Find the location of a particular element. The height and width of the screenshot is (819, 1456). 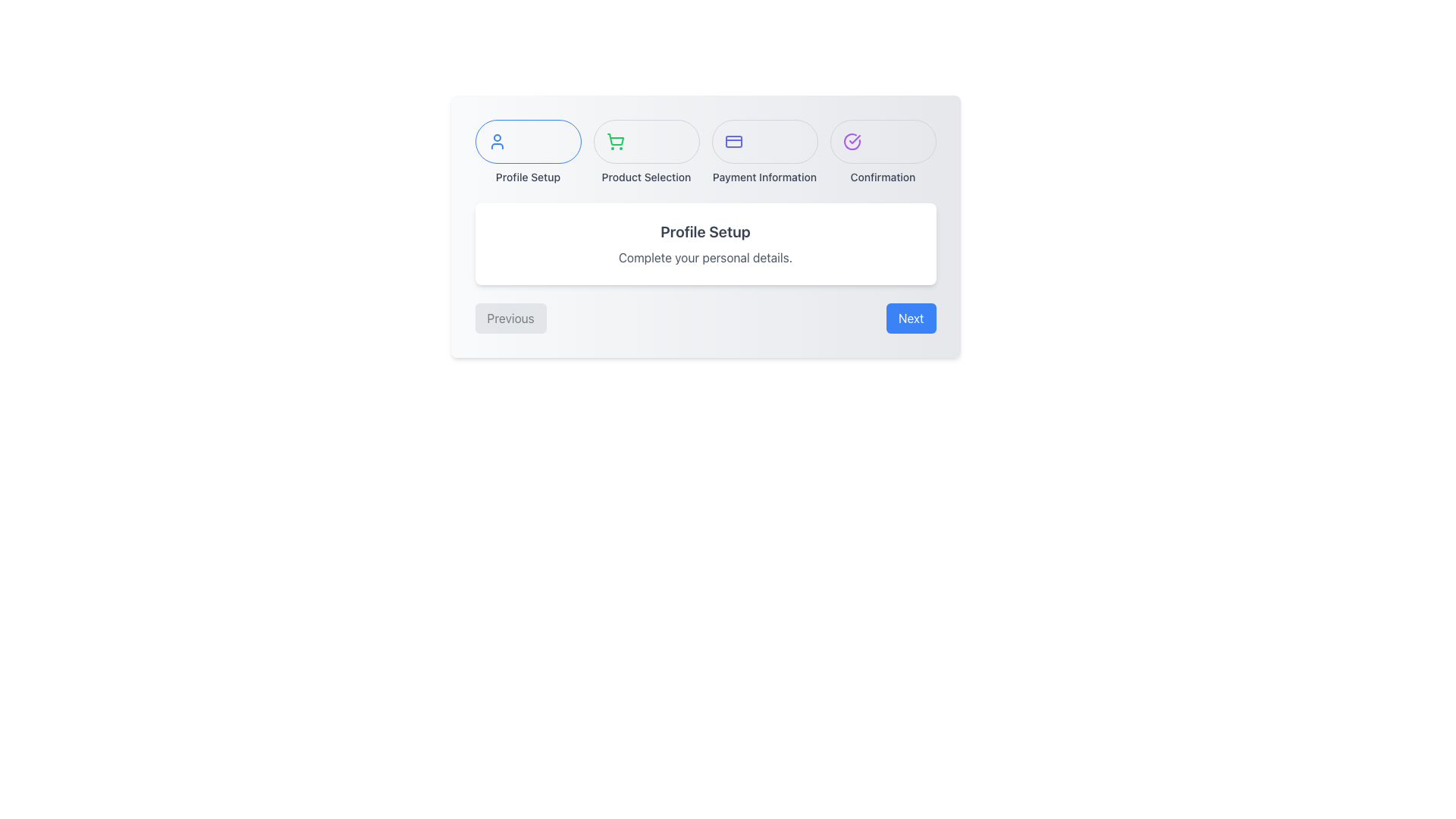

the 'Profile Setup' step indicator, which is the first item in a row of four step indicators in the multi-step process is located at coordinates (528, 152).